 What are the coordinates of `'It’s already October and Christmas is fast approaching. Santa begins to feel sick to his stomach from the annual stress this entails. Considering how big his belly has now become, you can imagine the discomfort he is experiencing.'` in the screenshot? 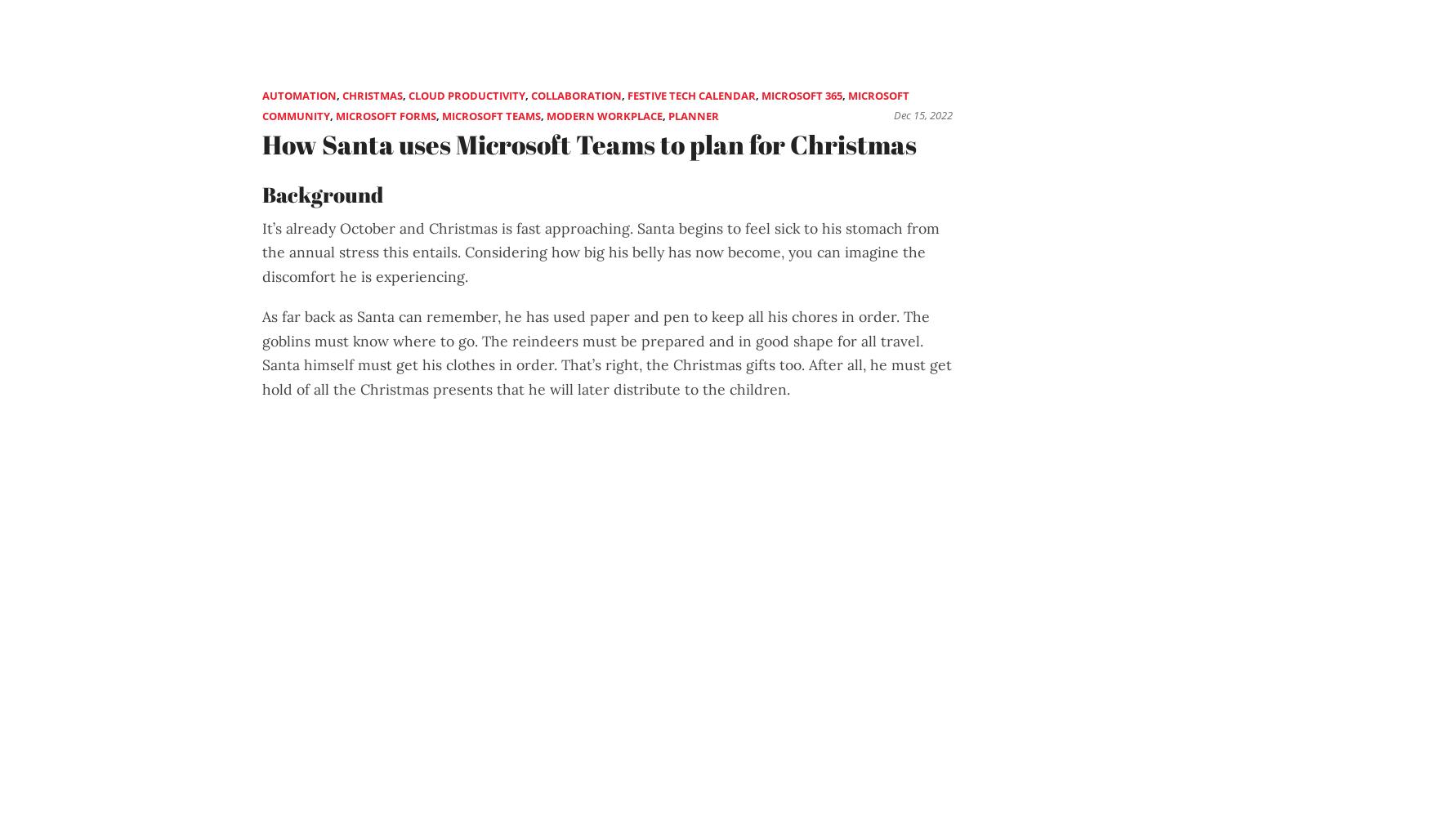 It's located at (601, 251).